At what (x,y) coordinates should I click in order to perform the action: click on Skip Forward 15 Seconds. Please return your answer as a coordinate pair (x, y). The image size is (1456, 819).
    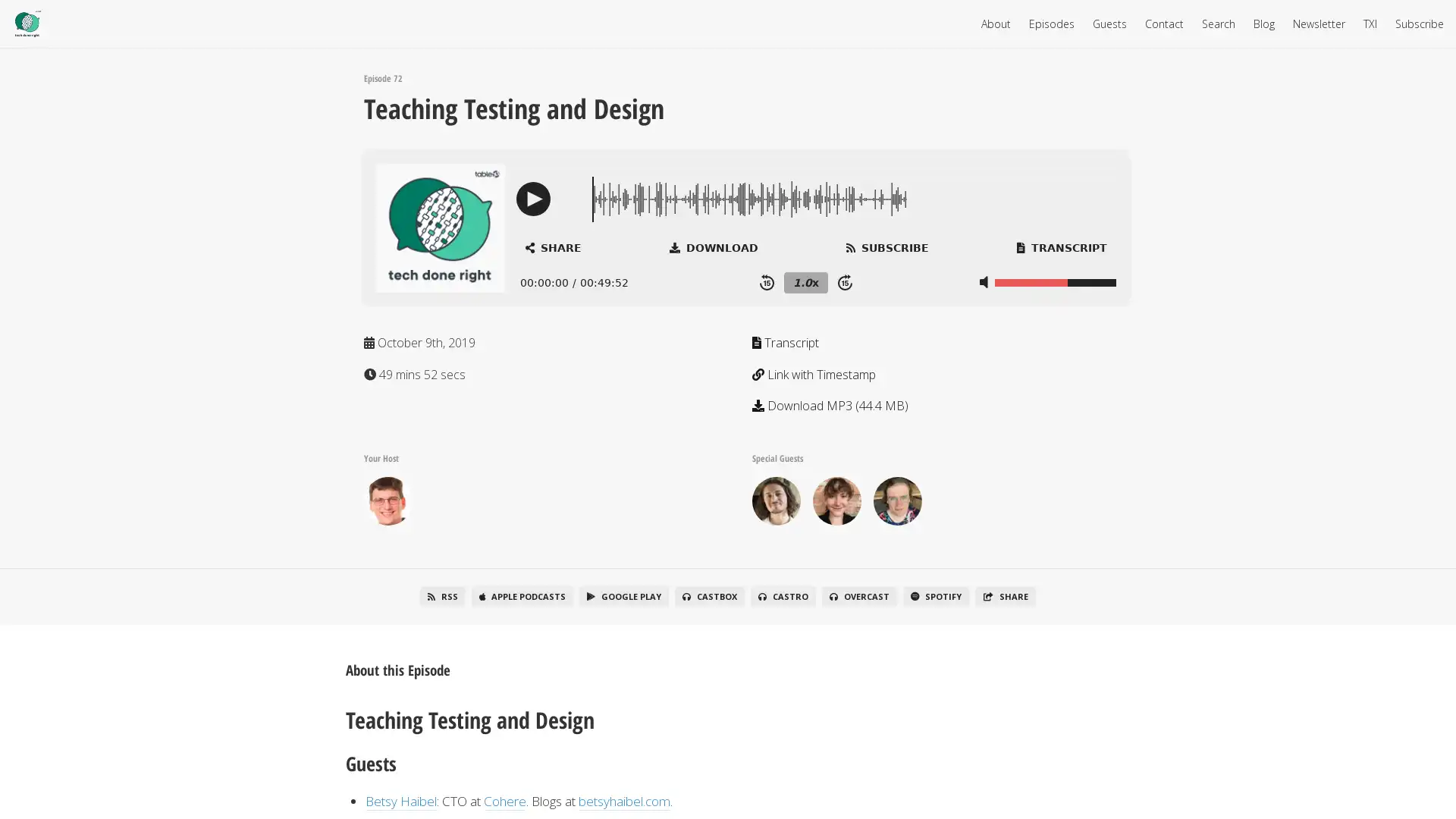
    Looking at the image, I should click on (844, 281).